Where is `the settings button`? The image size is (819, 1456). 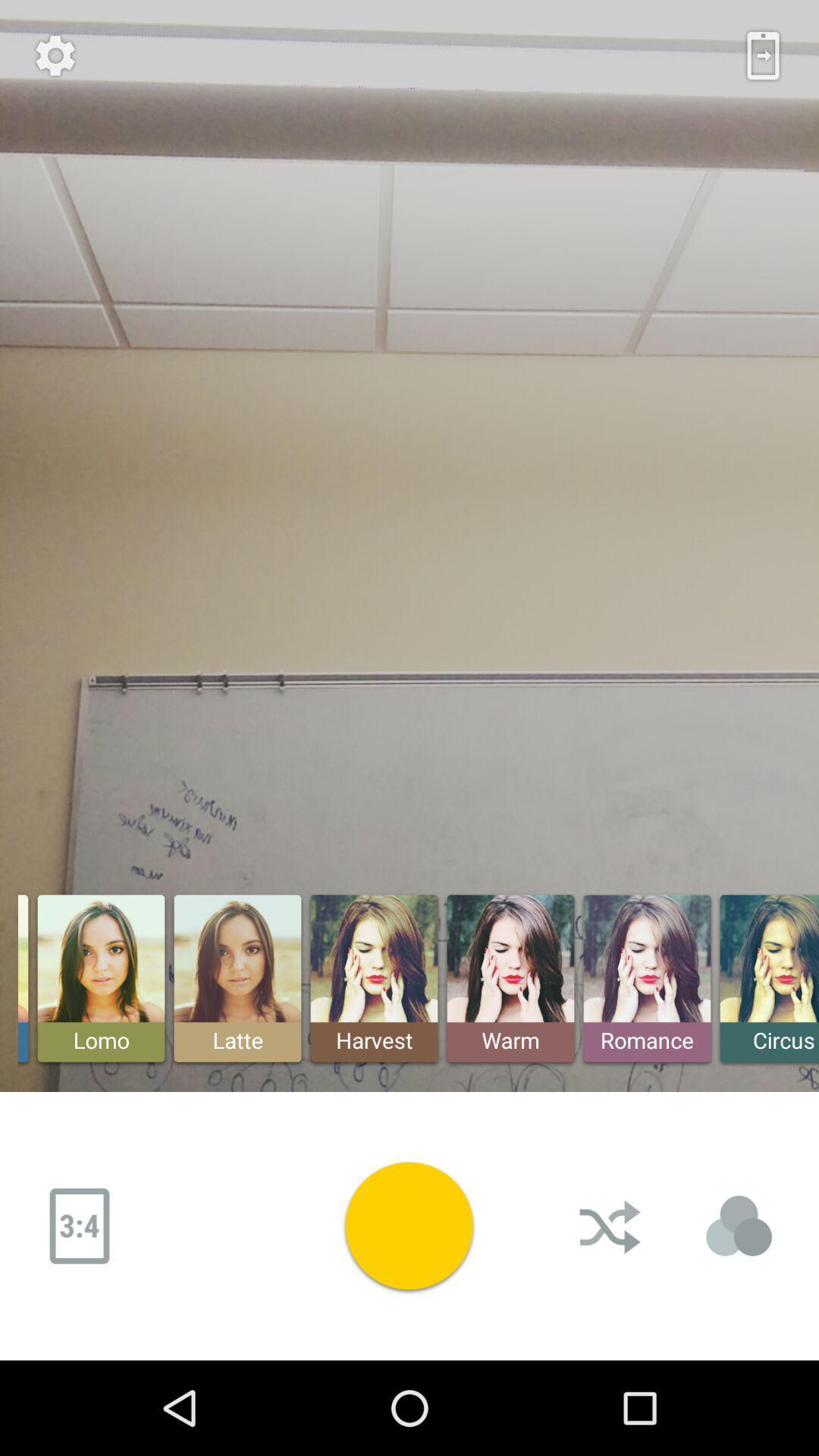 the settings button is located at coordinates (55, 55).